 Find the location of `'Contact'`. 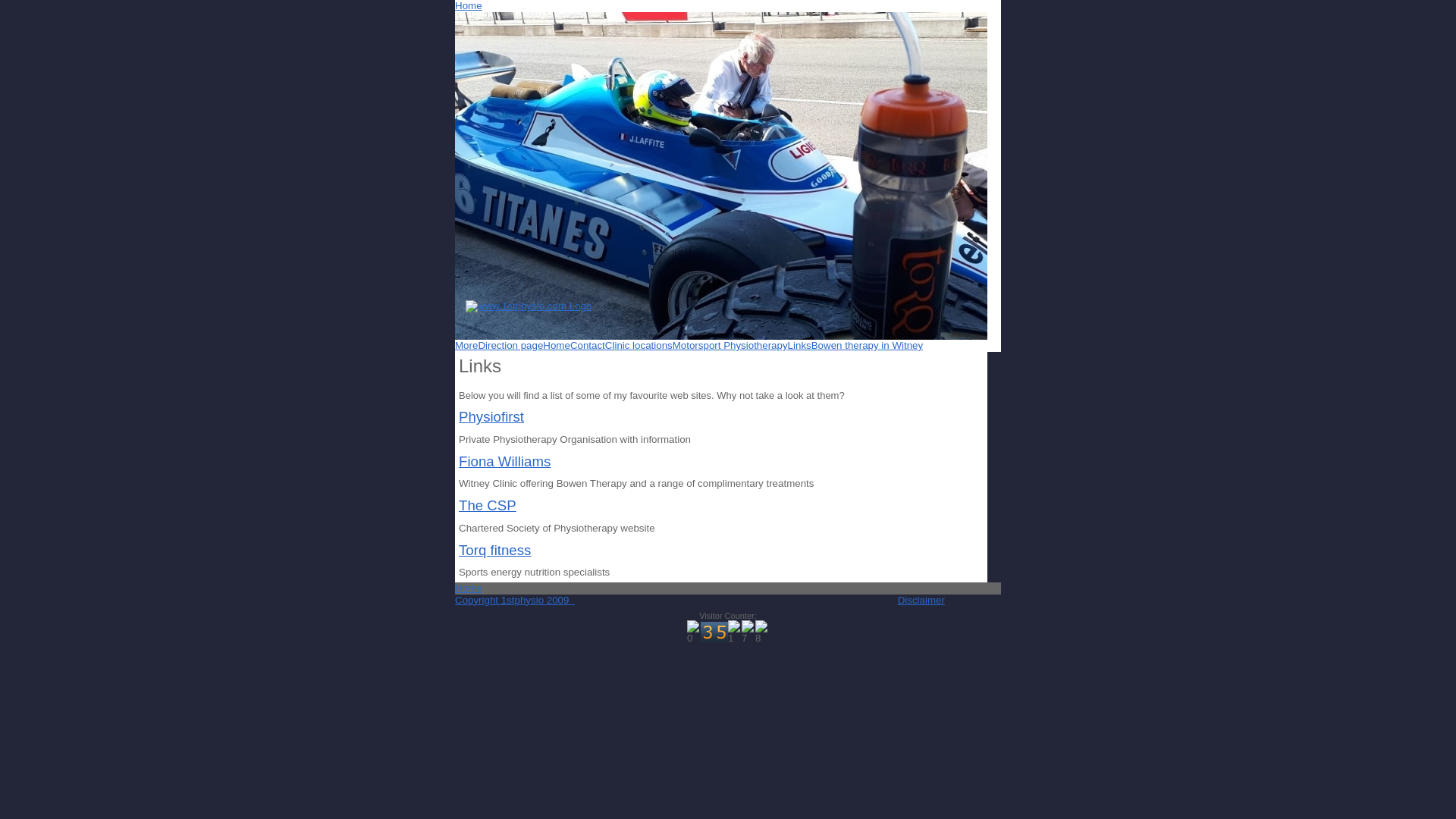

'Contact' is located at coordinates (570, 345).